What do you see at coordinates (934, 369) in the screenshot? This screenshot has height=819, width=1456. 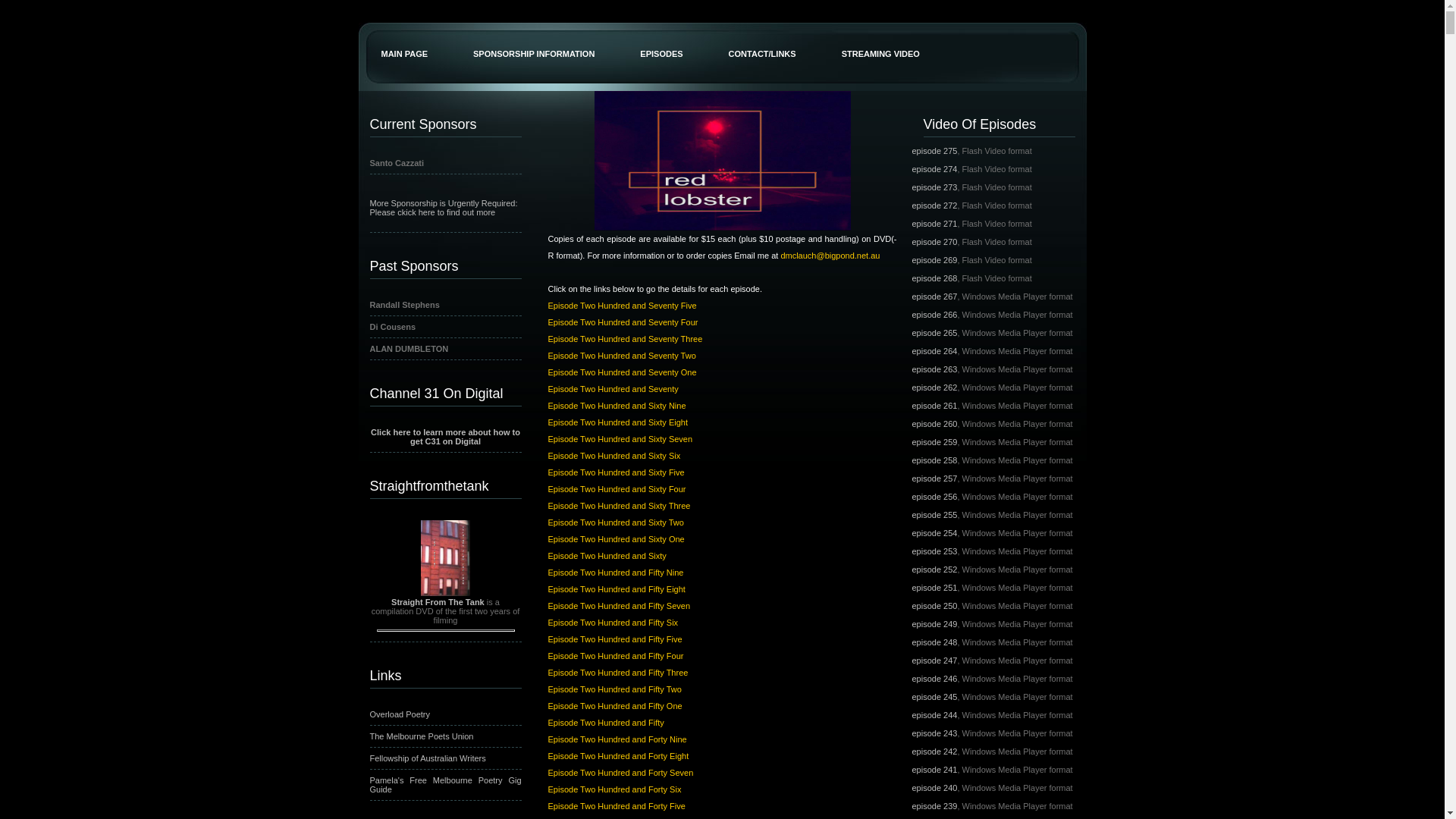 I see `'episode 263'` at bounding box center [934, 369].